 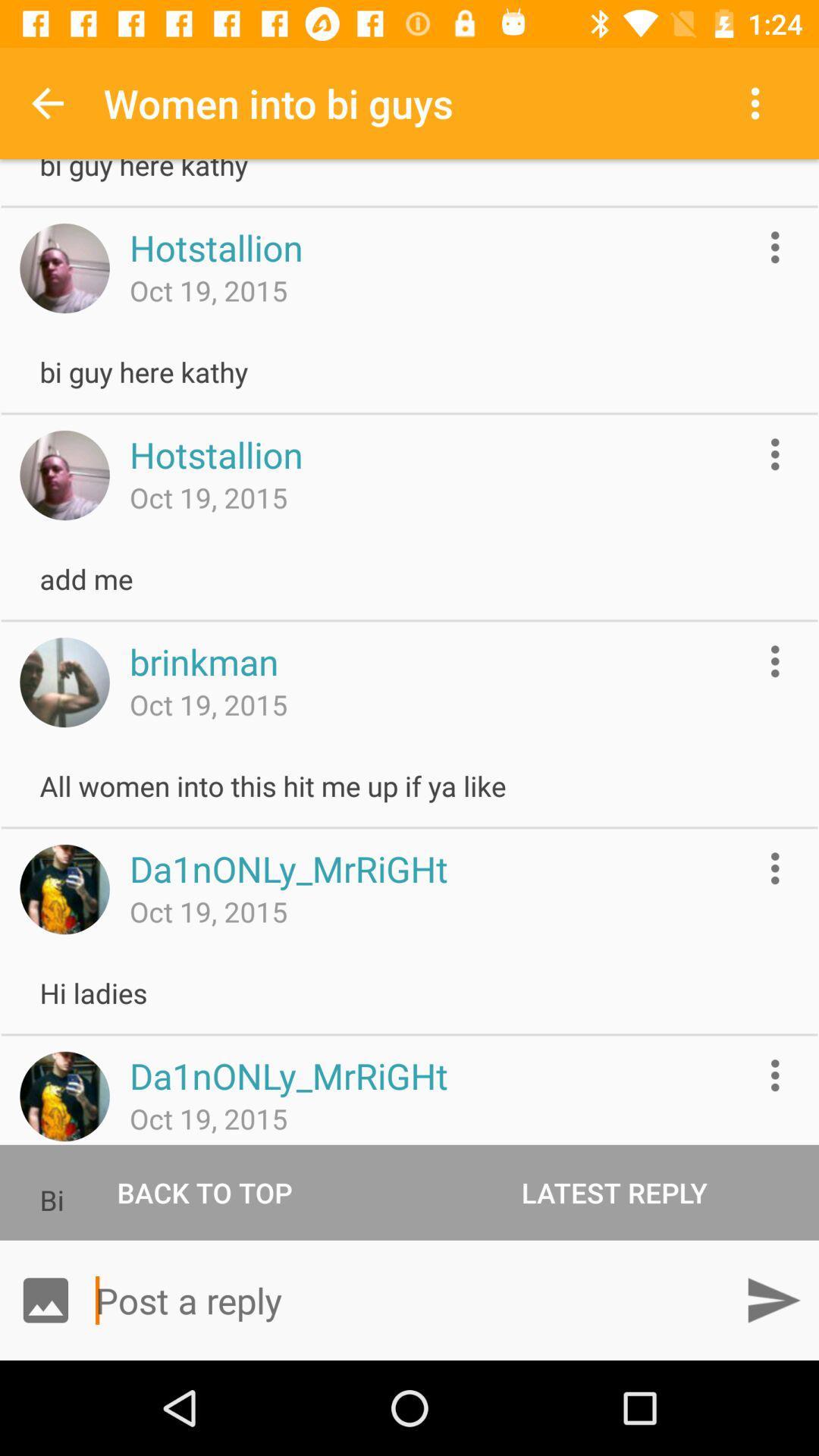 I want to click on more options, so click(x=775, y=453).